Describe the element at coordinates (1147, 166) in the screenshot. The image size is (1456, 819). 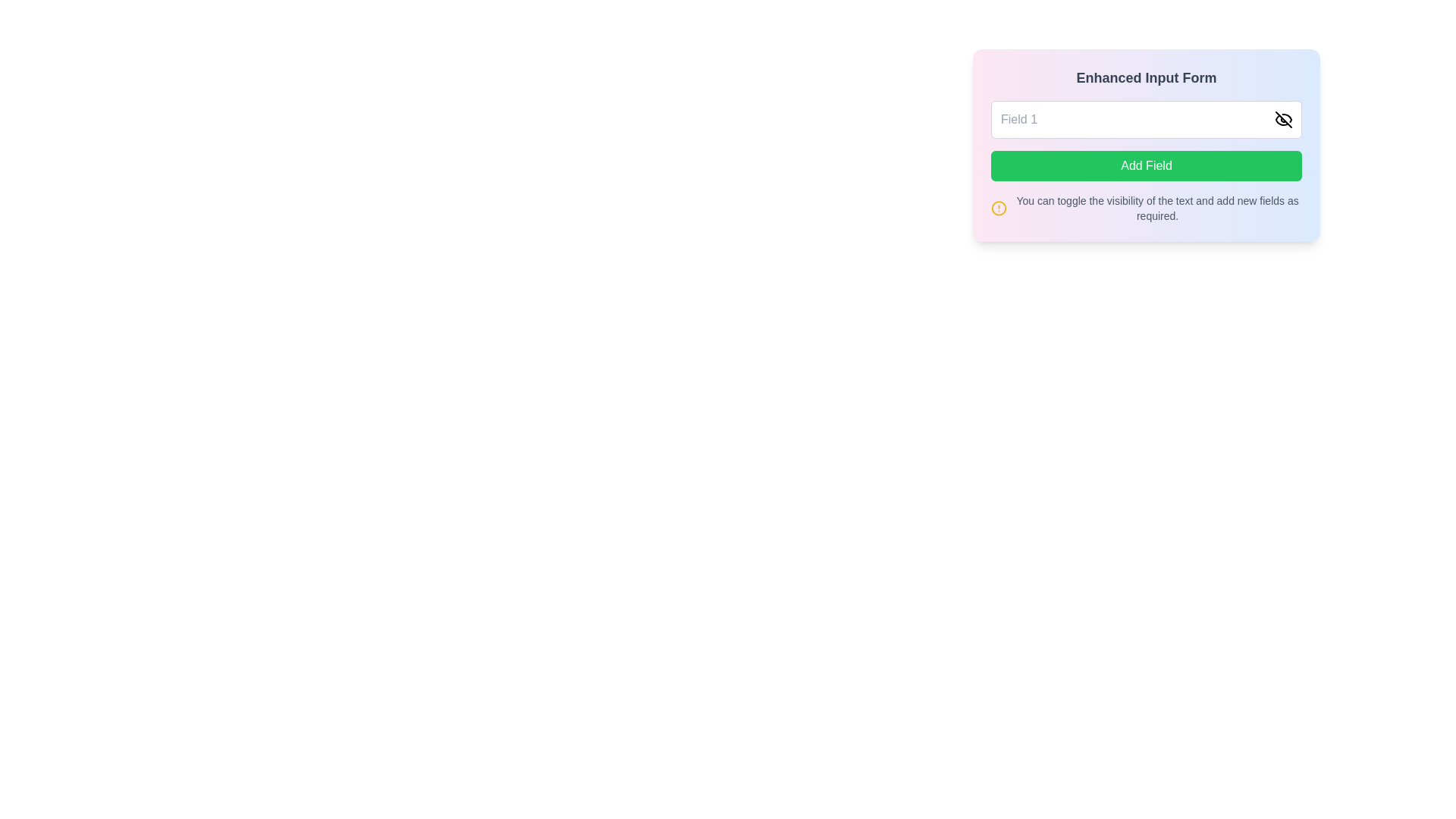
I see `the button for adding a new field to the form through keyboard navigation for accessibility` at that location.